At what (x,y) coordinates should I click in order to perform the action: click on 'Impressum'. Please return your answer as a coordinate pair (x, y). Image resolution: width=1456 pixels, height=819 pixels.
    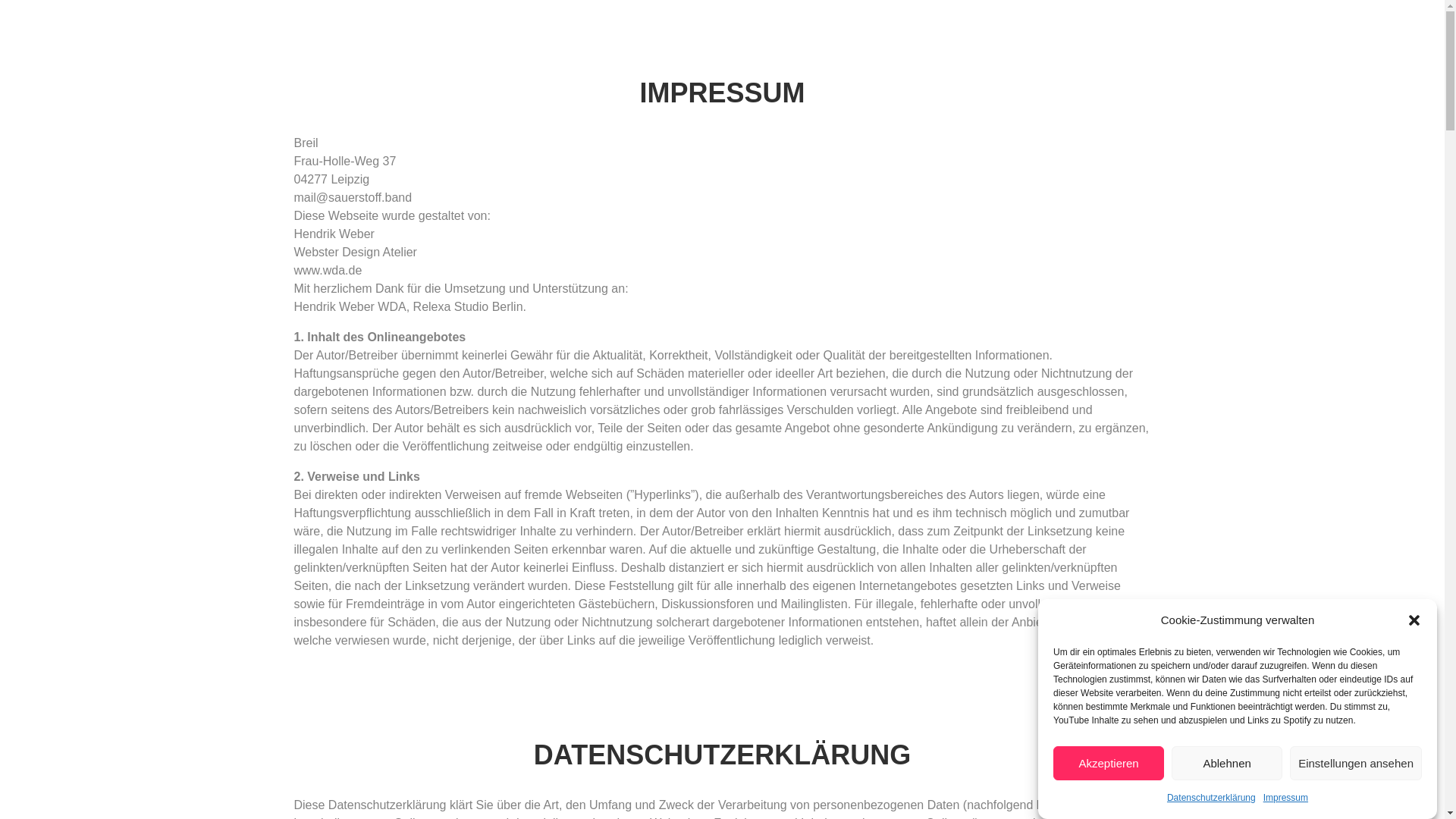
    Looking at the image, I should click on (1285, 797).